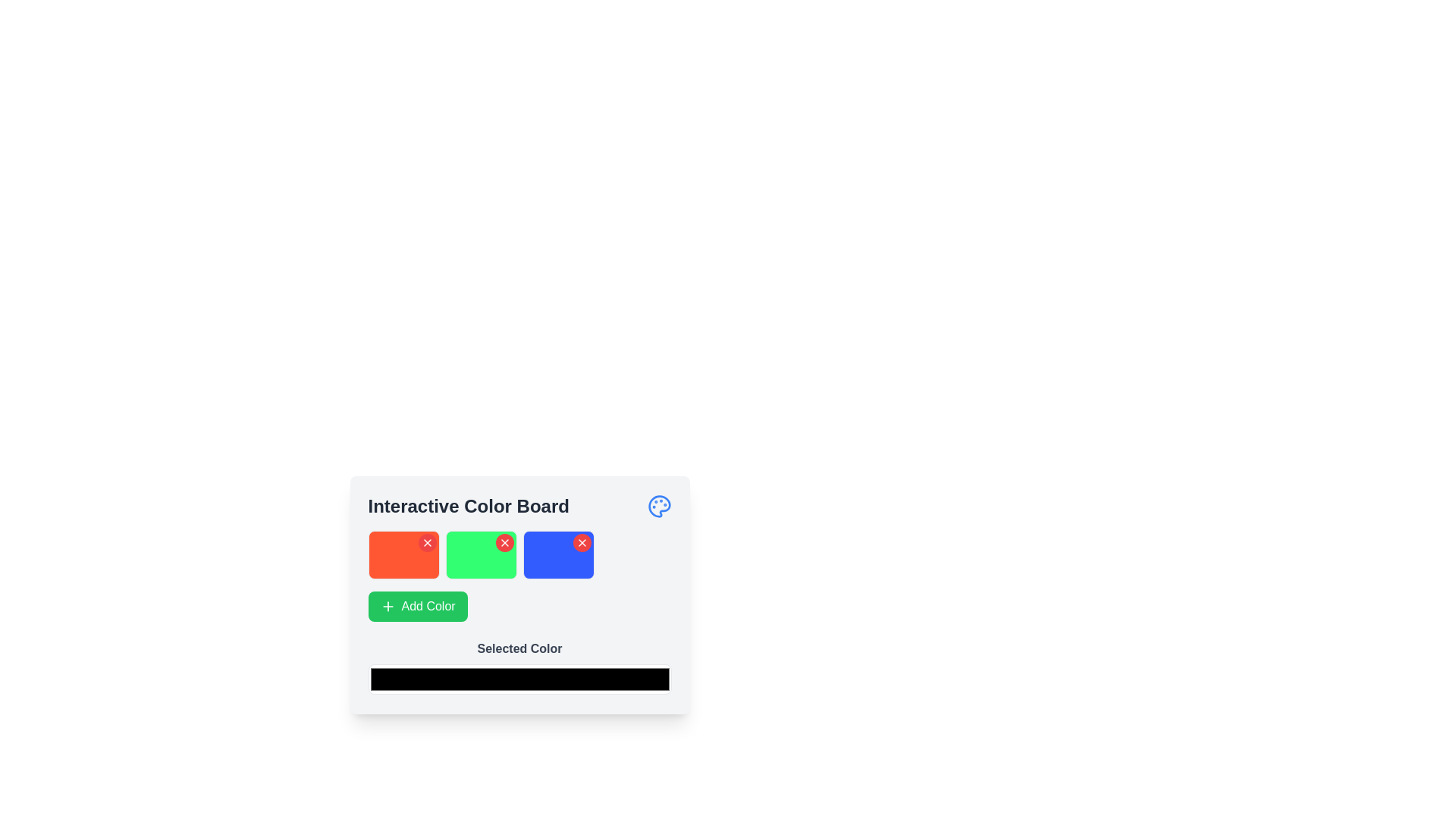  Describe the element at coordinates (388, 605) in the screenshot. I see `the plus icon located within the green 'Add Color' button, positioned to the left of the text` at that location.